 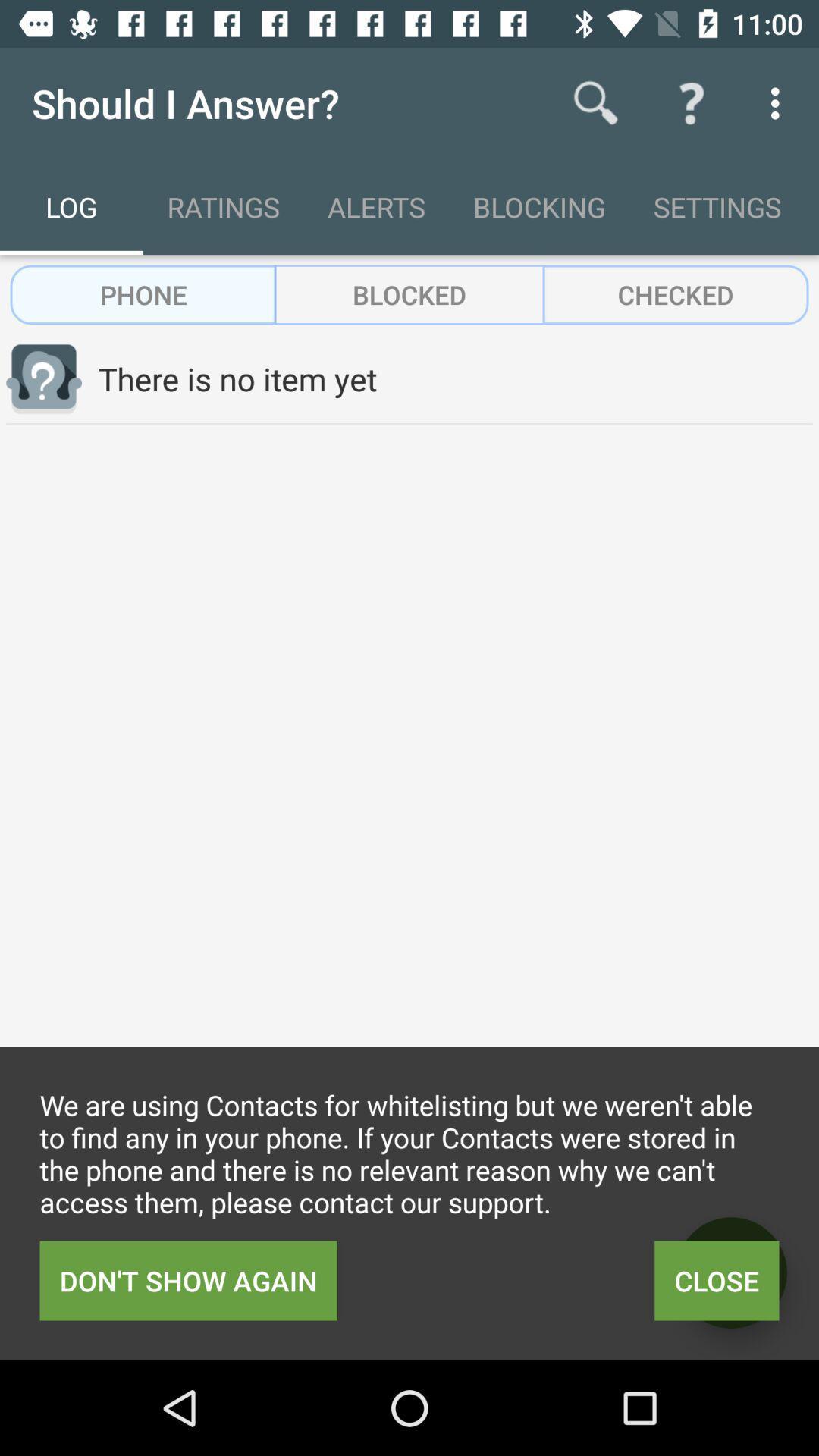 What do you see at coordinates (409, 294) in the screenshot?
I see `the item below the ratings` at bounding box center [409, 294].